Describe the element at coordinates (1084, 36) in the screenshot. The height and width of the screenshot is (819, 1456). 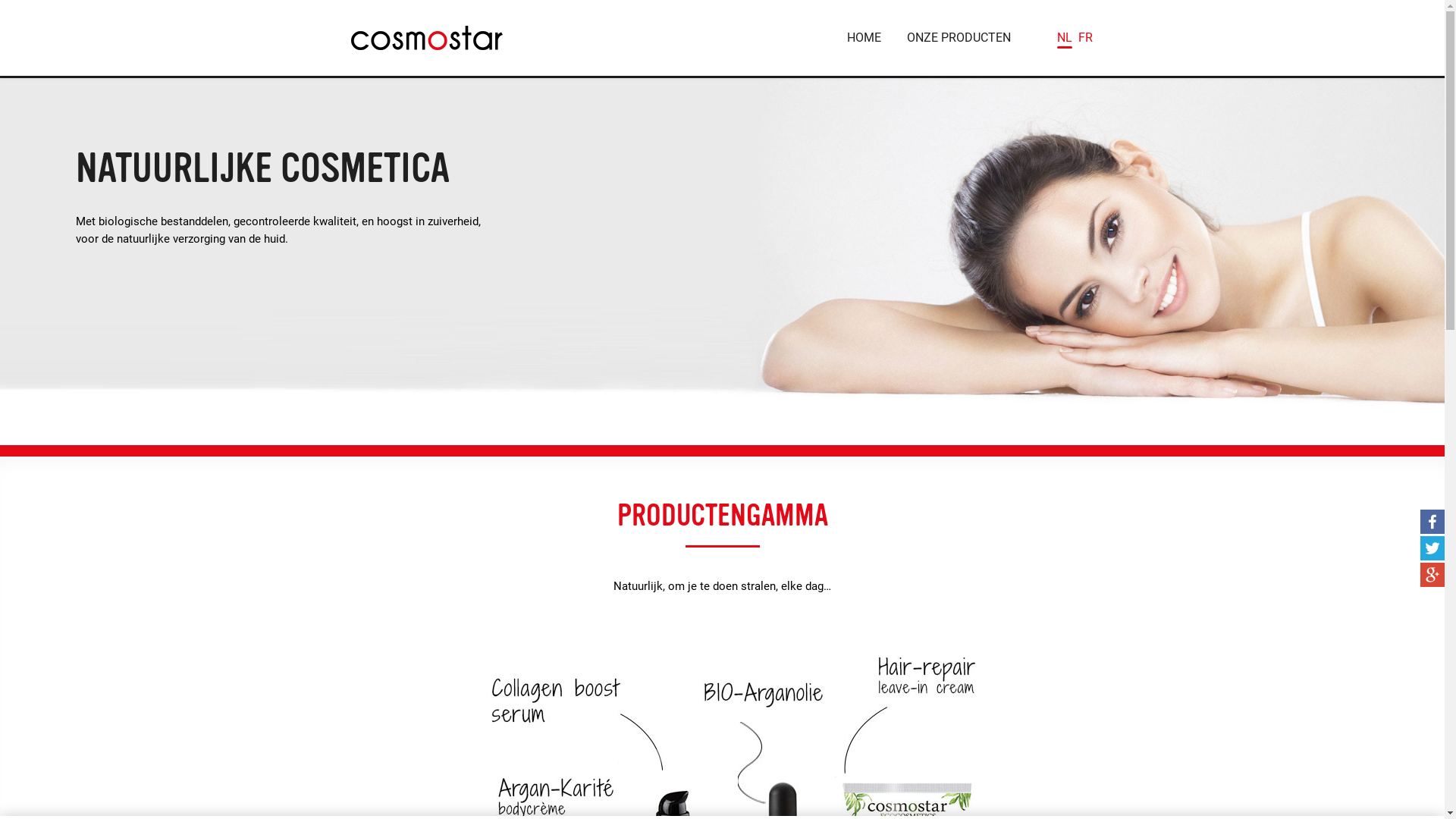
I see `'FR'` at that location.